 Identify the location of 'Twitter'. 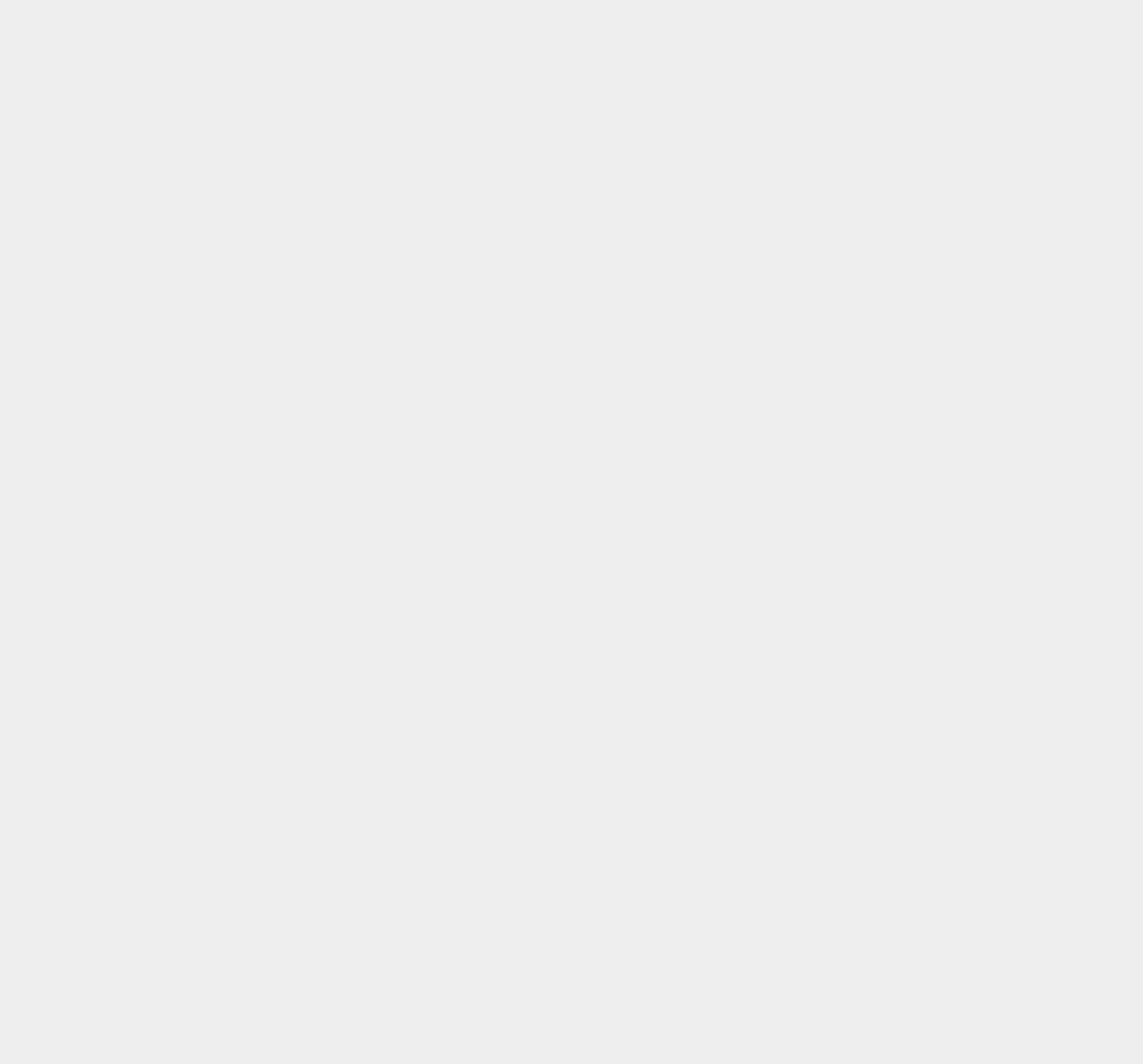
(829, 213).